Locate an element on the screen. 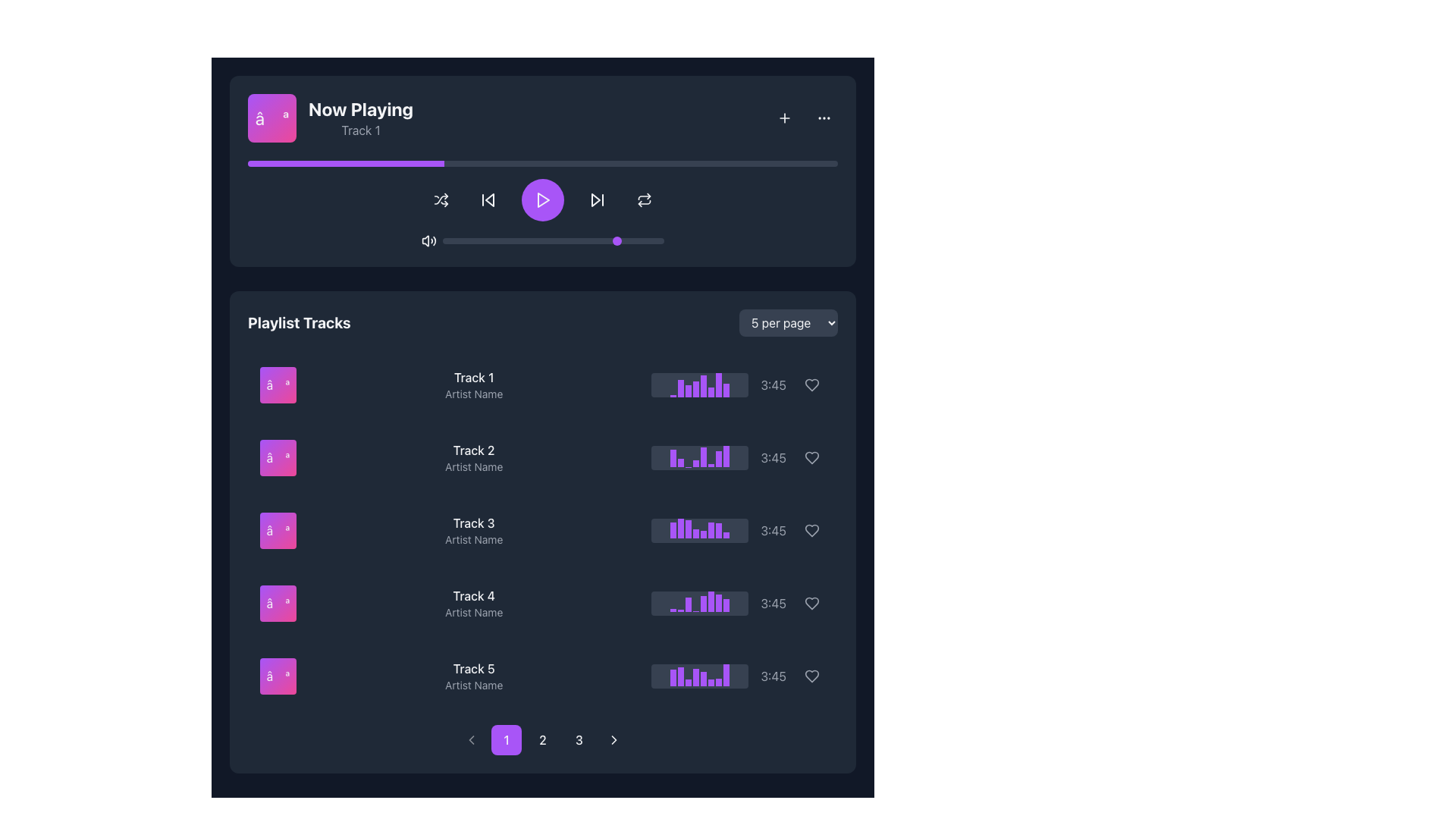  the favorite button located in the rightmost position of the row corresponding to the fifth item in the playlist track list to mark the track as favorite is located at coordinates (811, 675).